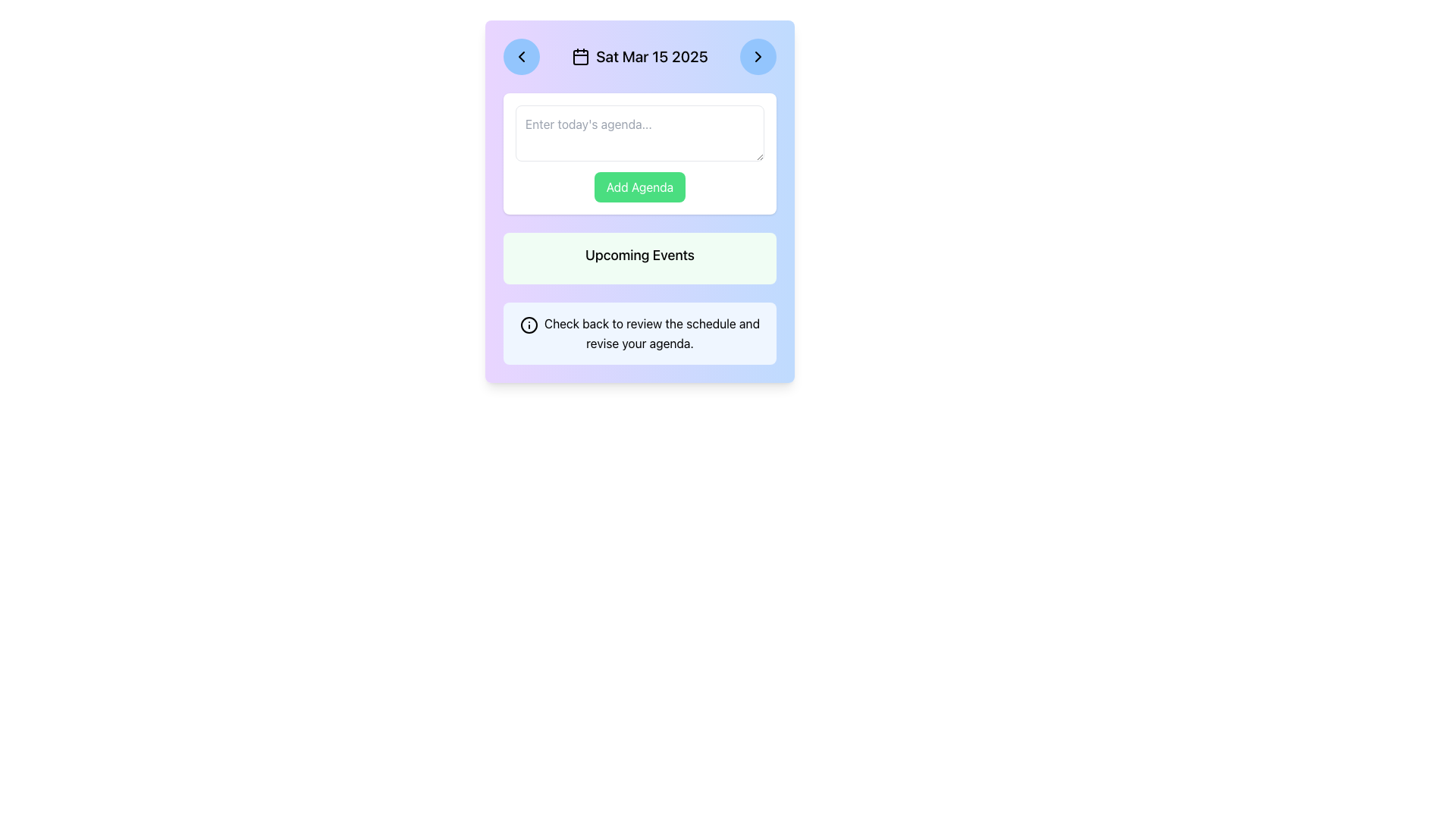 Image resolution: width=1456 pixels, height=819 pixels. What do you see at coordinates (640, 254) in the screenshot?
I see `the section header label that indicates upcoming events, which is centrally located within a light green background, positioned between the 'Add Agenda' button and an informational paragraph` at bounding box center [640, 254].